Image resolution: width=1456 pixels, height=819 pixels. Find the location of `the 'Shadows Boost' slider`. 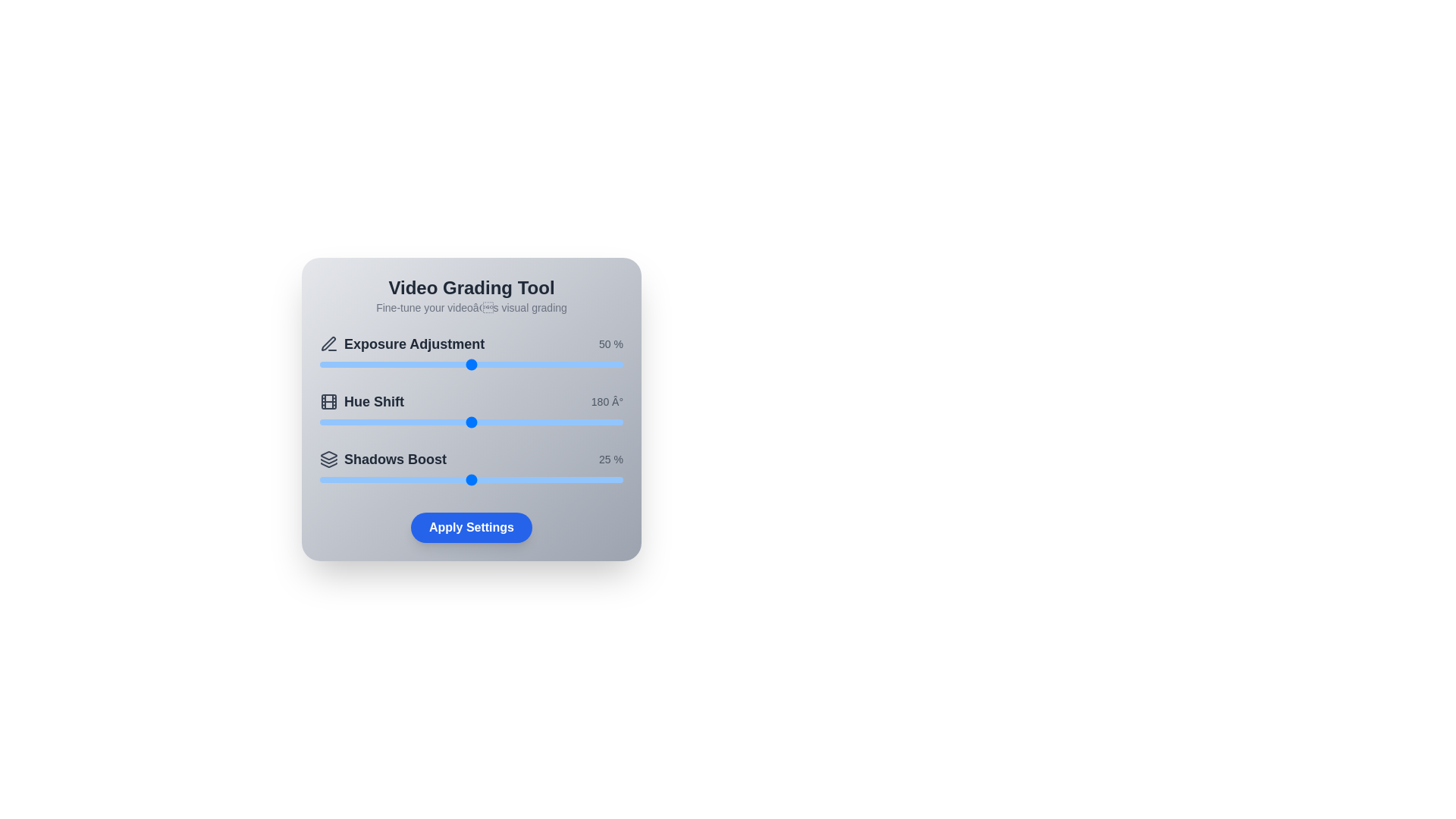

the 'Shadows Boost' slider is located at coordinates (399, 479).